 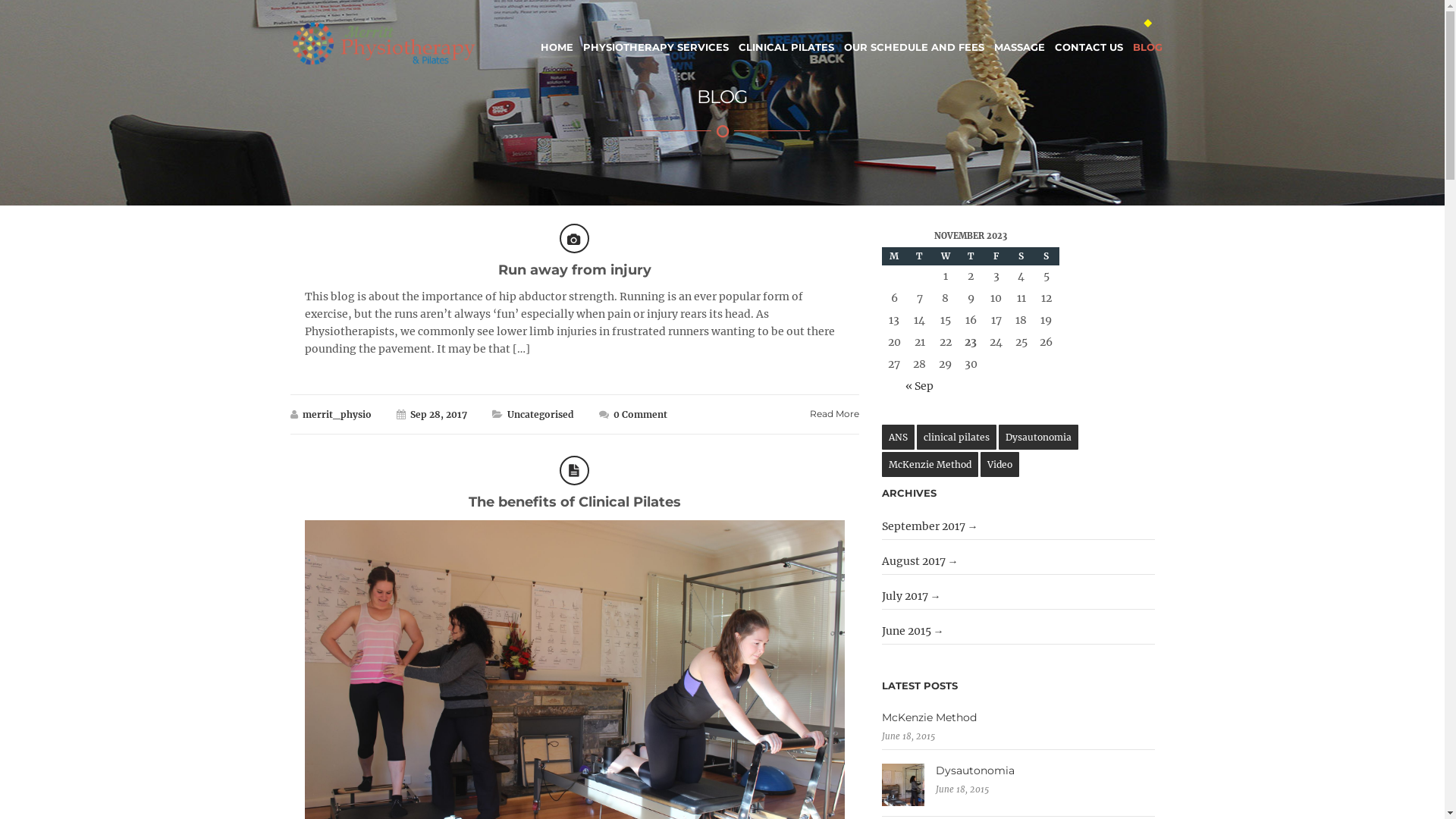 What do you see at coordinates (910, 595) in the screenshot?
I see `'July 2017'` at bounding box center [910, 595].